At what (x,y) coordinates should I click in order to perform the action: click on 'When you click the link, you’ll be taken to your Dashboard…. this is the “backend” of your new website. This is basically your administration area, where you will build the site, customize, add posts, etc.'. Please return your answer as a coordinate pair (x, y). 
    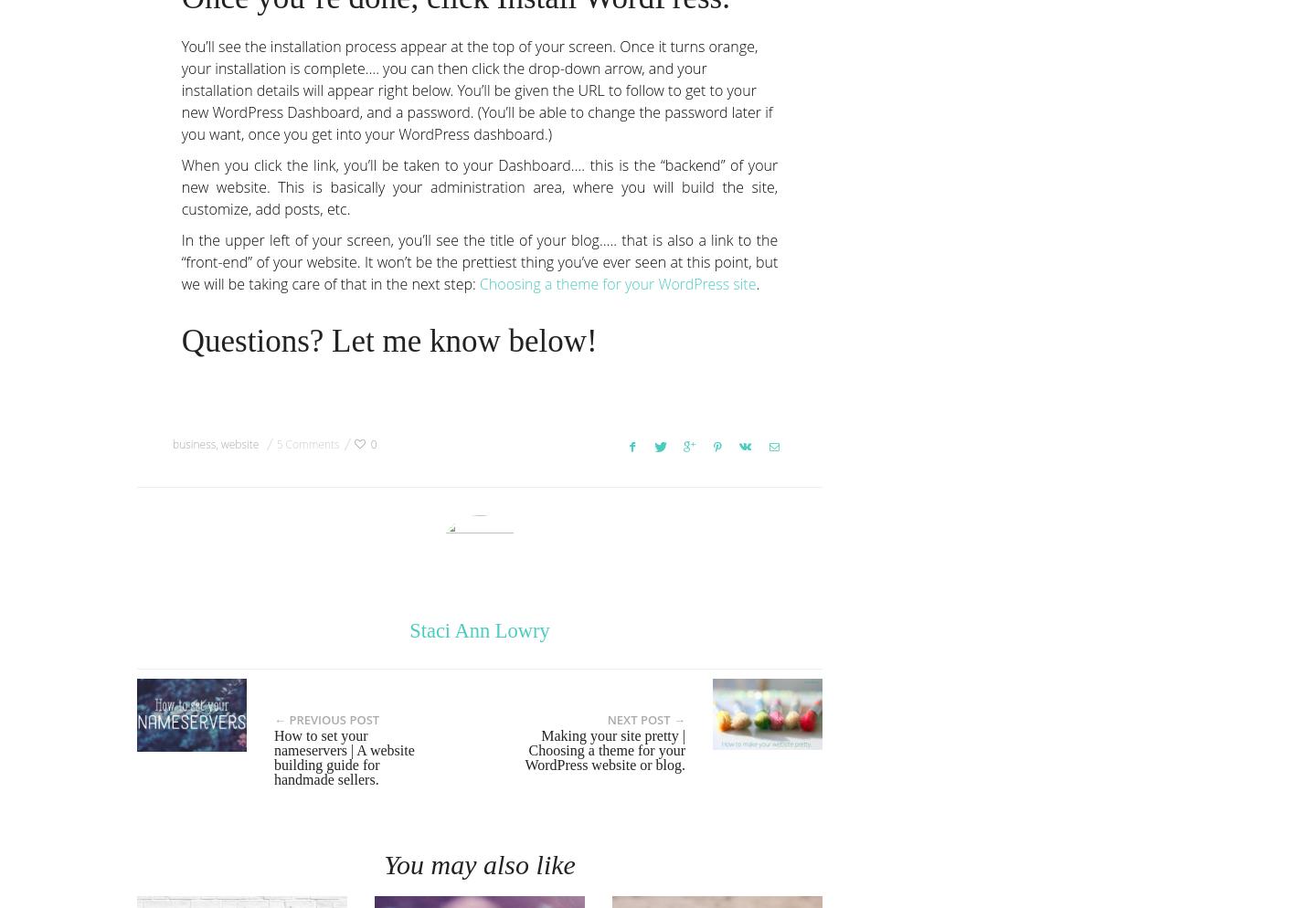
    Looking at the image, I should click on (478, 185).